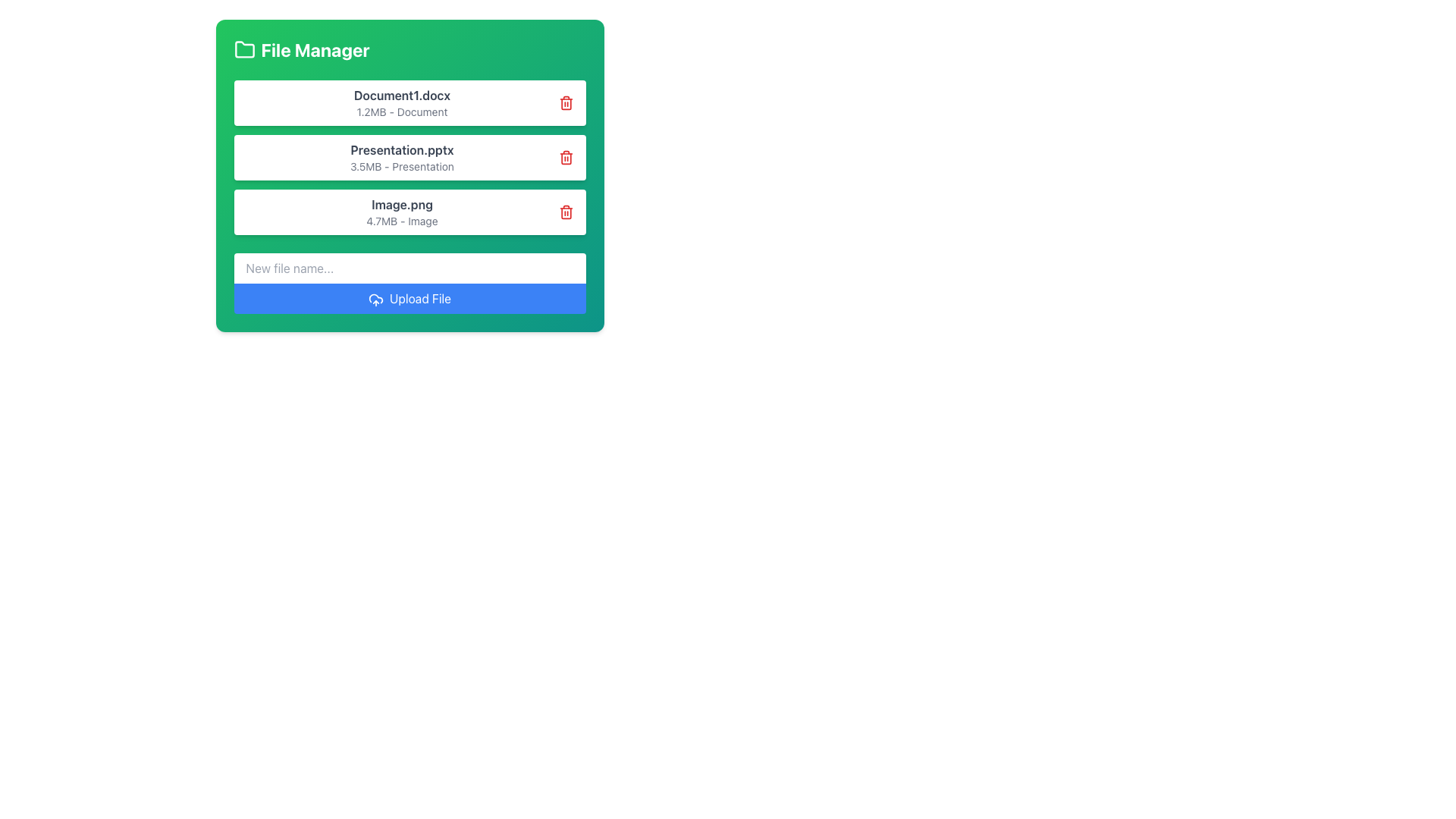  What do you see at coordinates (565, 102) in the screenshot?
I see `the delete action button represented by a trash bin icon for the first file item 'Document1.docx' located on the far right side of its entry in the file list` at bounding box center [565, 102].